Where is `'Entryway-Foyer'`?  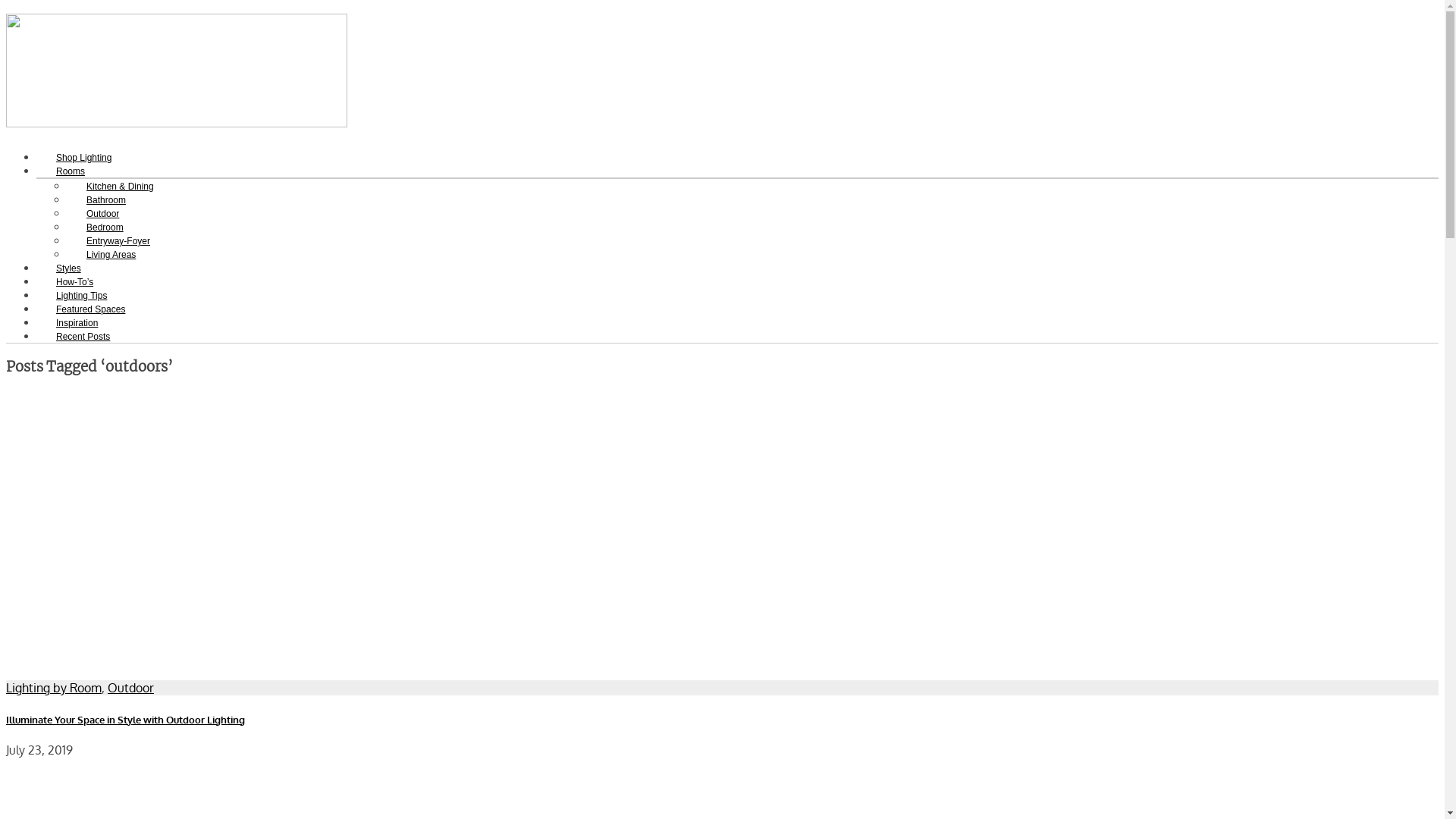
'Entryway-Foyer' is located at coordinates (118, 240).